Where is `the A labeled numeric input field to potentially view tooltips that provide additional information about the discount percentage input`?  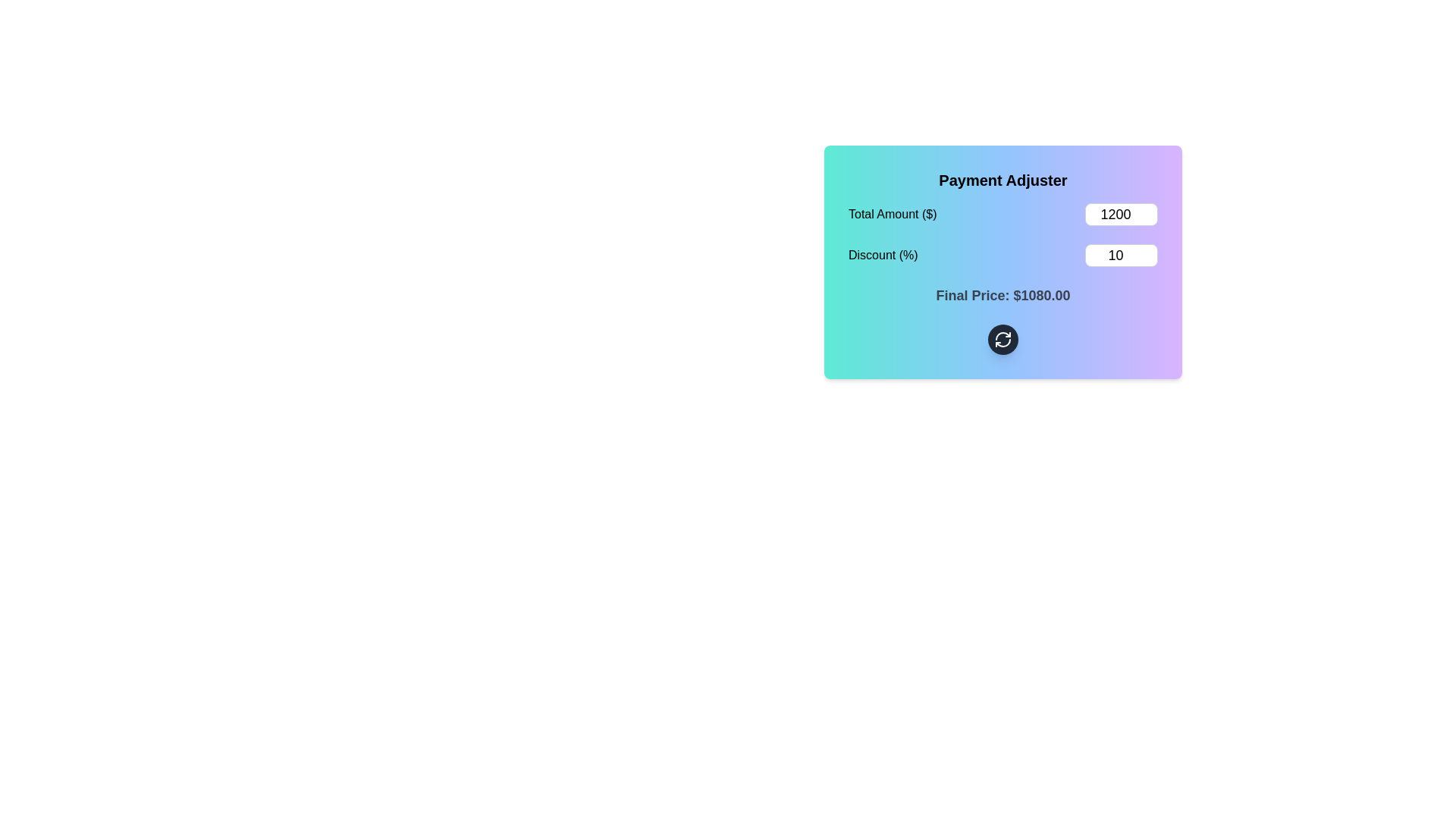
the A labeled numeric input field to potentially view tooltips that provide additional information about the discount percentage input is located at coordinates (1003, 254).